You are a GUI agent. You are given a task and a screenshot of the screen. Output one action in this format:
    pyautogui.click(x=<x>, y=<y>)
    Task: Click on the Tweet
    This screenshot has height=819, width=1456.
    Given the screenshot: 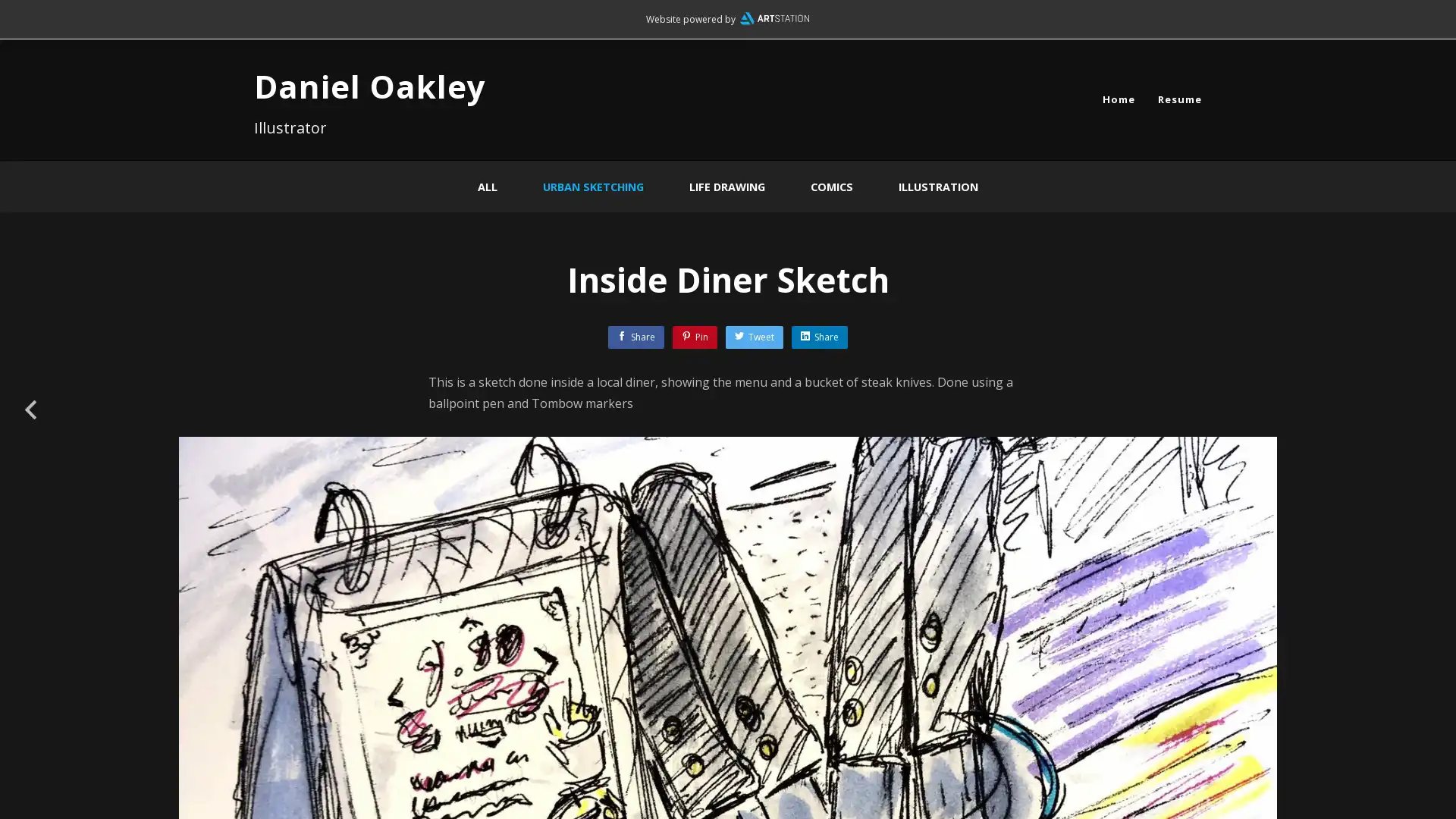 What is the action you would take?
    pyautogui.click(x=754, y=336)
    